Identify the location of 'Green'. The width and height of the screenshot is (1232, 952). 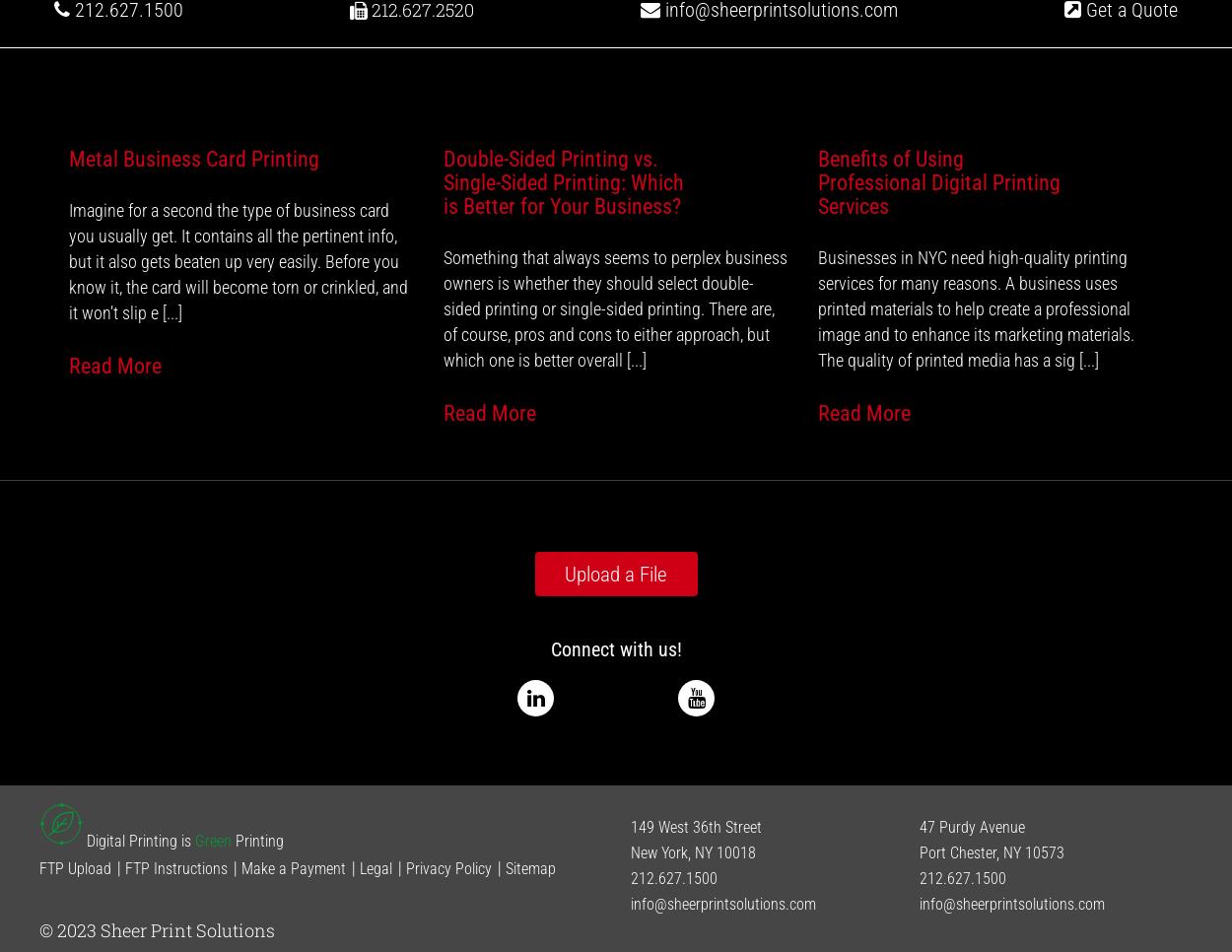
(212, 839).